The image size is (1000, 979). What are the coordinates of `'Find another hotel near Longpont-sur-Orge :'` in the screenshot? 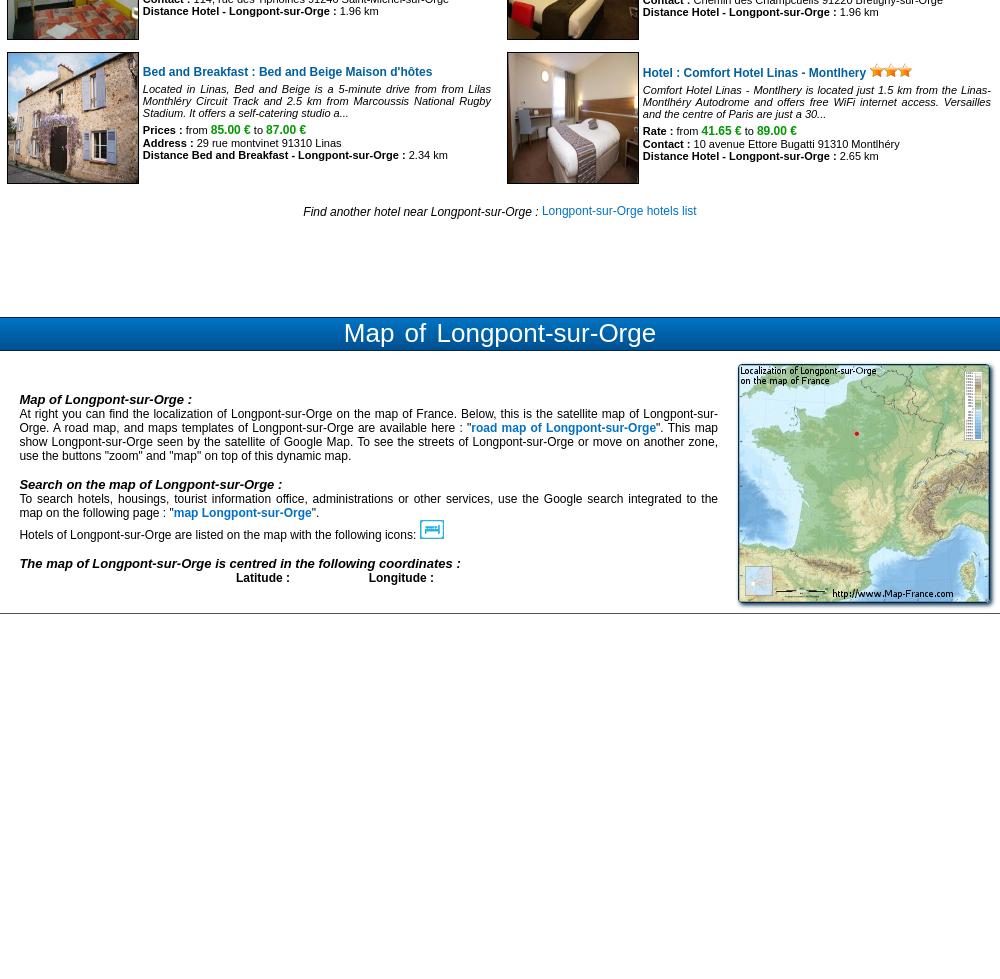 It's located at (420, 210).